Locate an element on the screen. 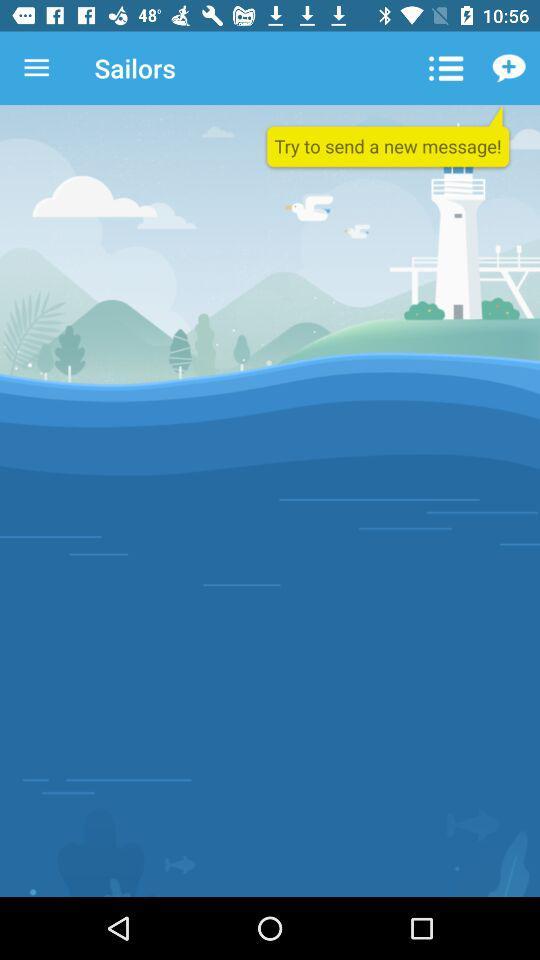 This screenshot has width=540, height=960. the icon to the right of sailors is located at coordinates (445, 68).